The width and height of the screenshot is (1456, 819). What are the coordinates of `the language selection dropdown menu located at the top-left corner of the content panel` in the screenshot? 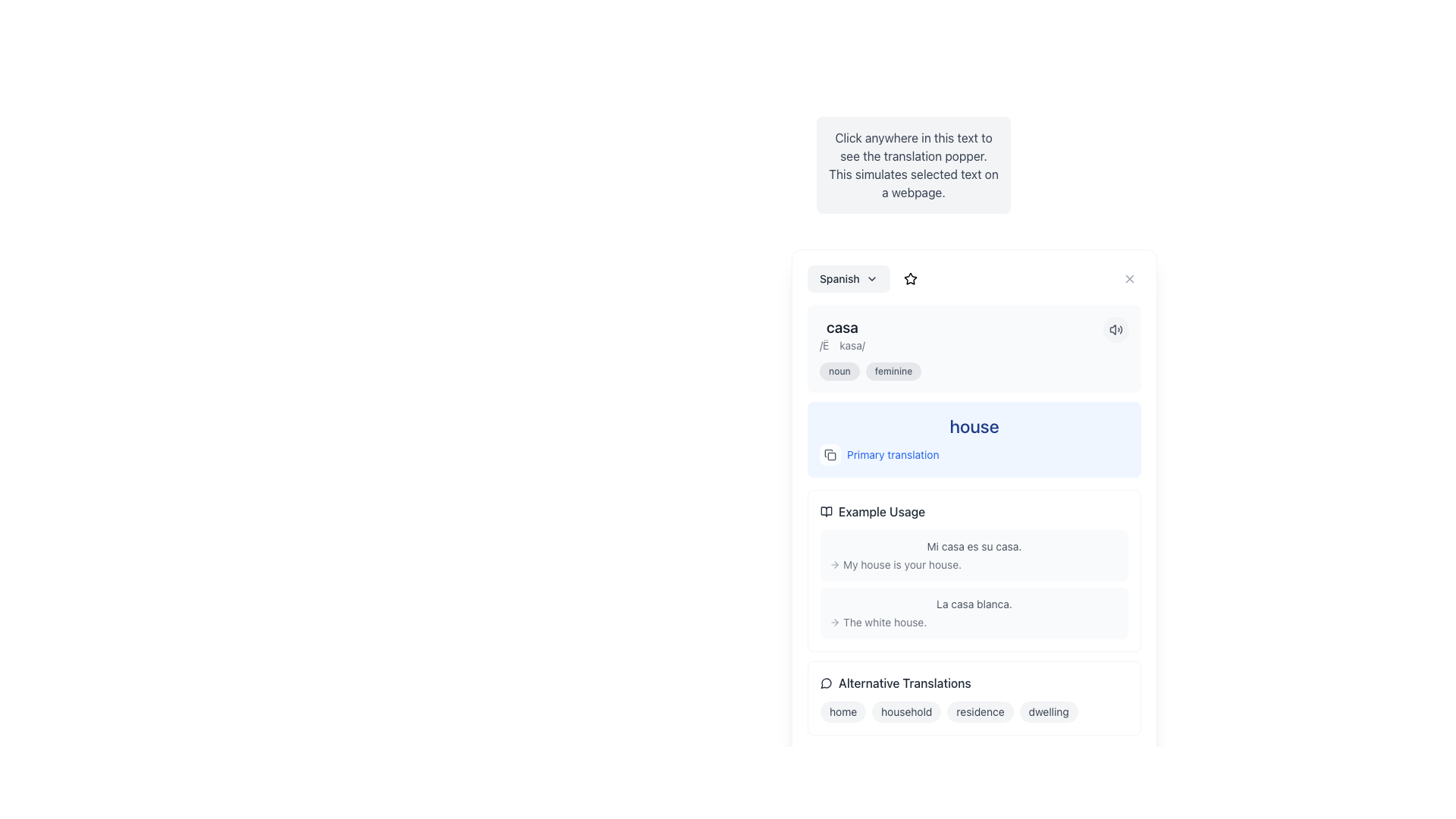 It's located at (848, 278).